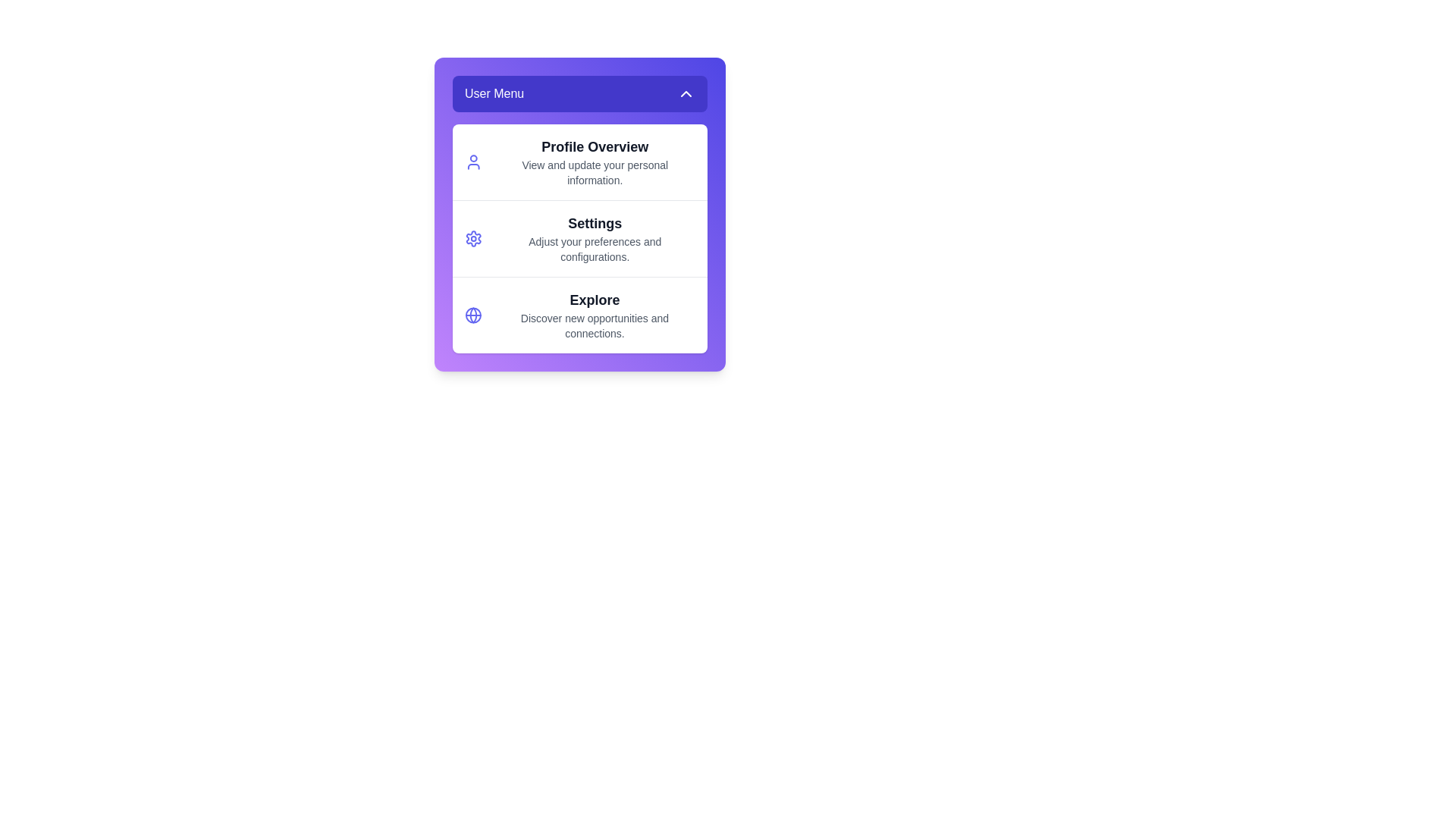 This screenshot has width=1456, height=819. What do you see at coordinates (686, 93) in the screenshot?
I see `the Chevron Up icon located in the top-right corner of the 'User Menu' header bar` at bounding box center [686, 93].